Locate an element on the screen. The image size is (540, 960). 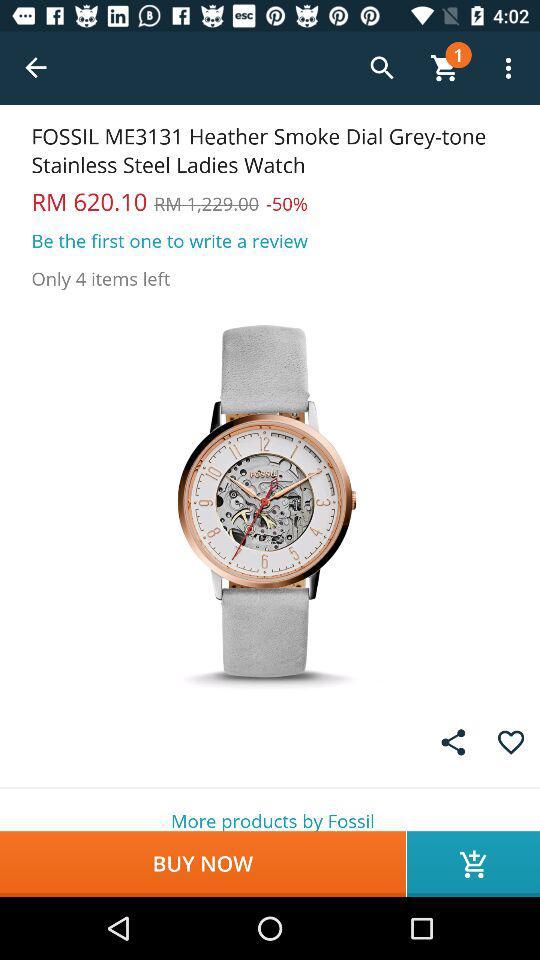
show the full image is located at coordinates (270, 500).